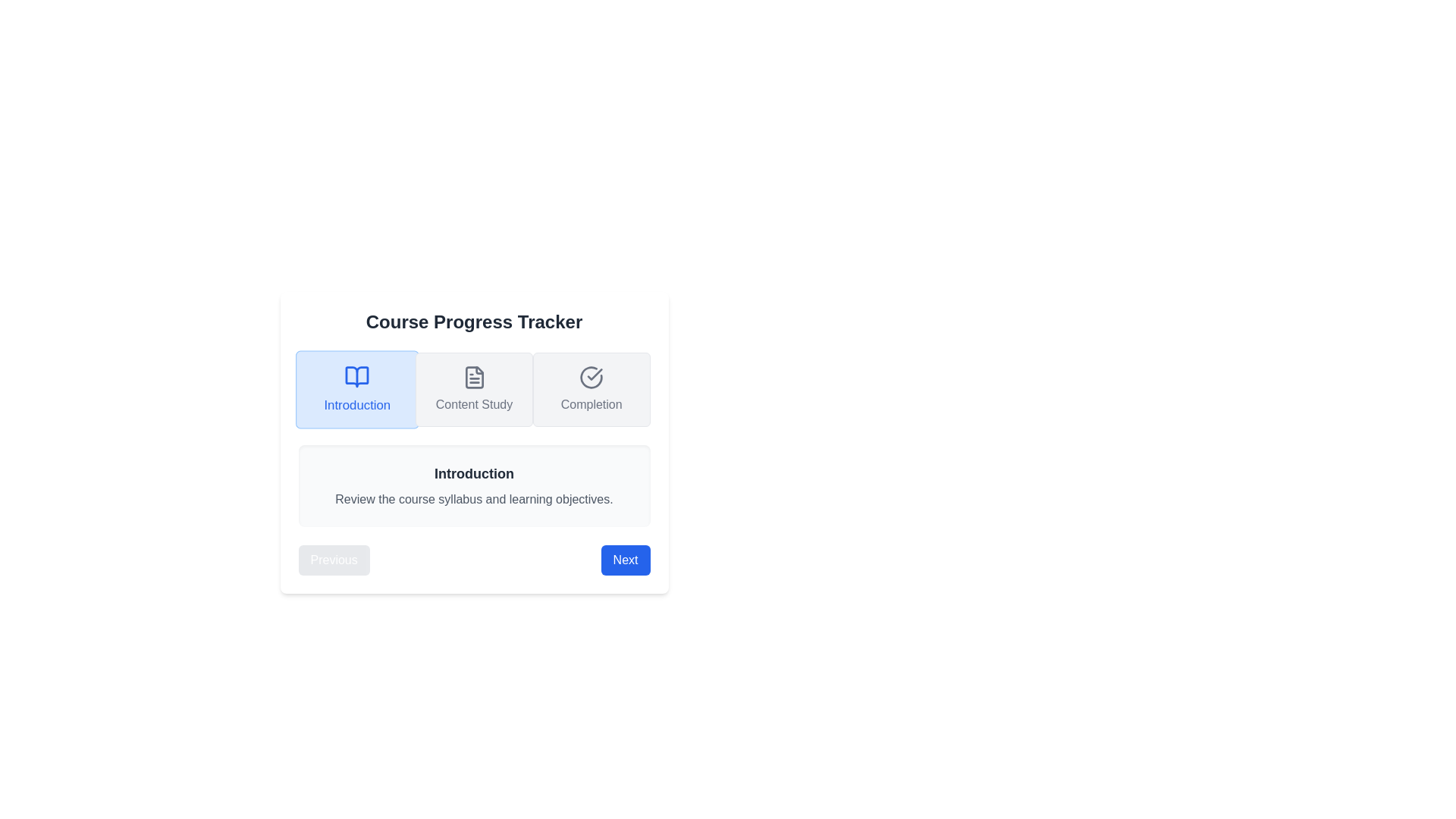 The image size is (1456, 819). I want to click on the section that presents an overview of the course, specifically about the syllabus and learning objectives, located centrally below the section headers, so click(473, 485).